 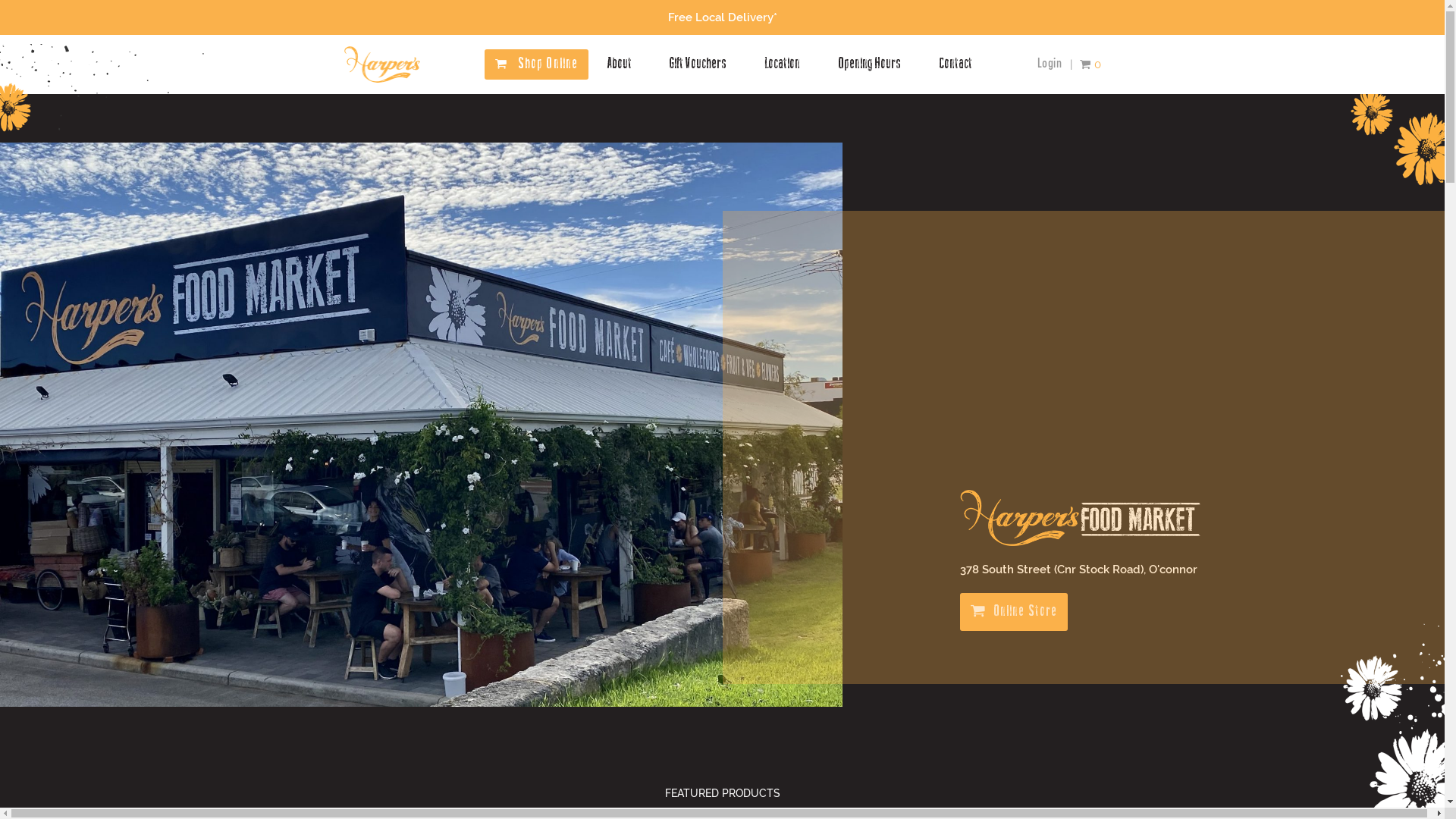 What do you see at coordinates (720, 17) in the screenshot?
I see `'Free Local Delivery*'` at bounding box center [720, 17].